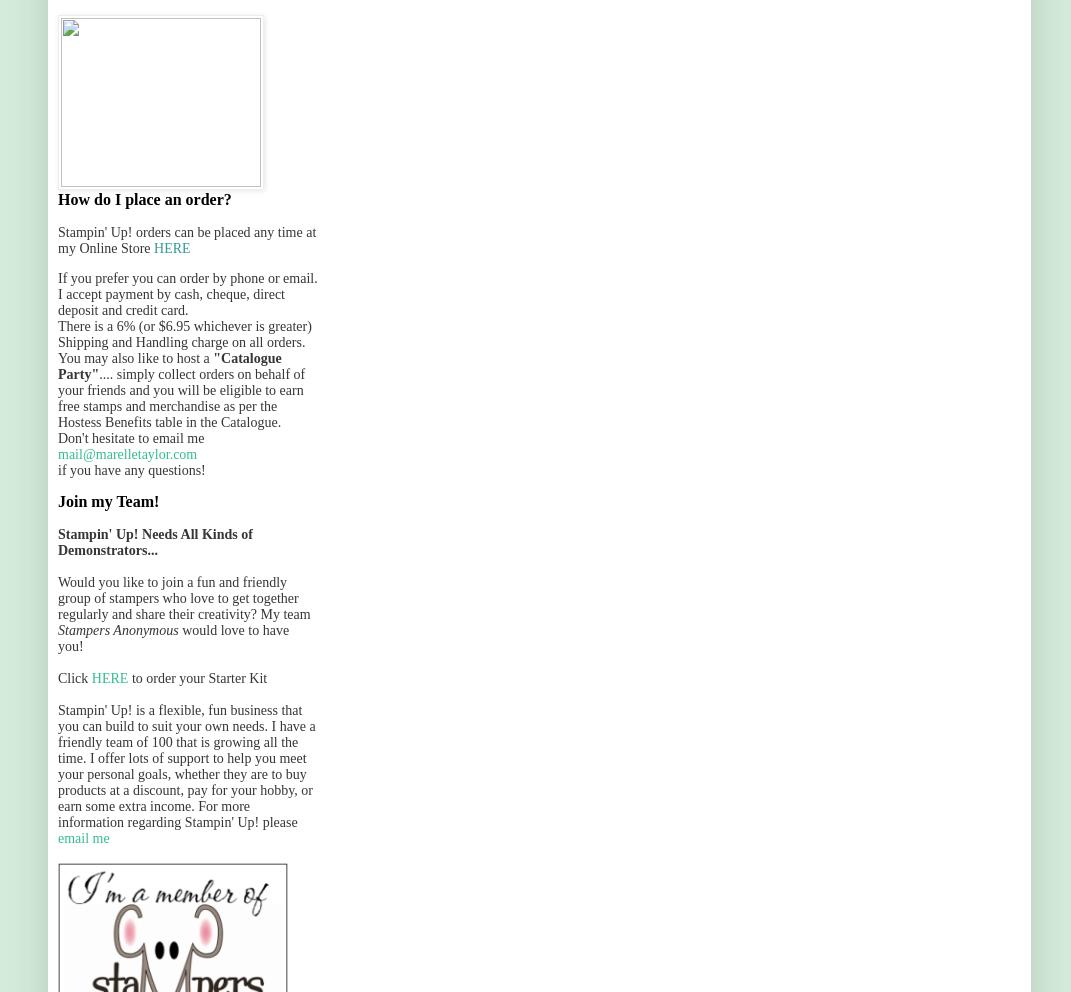 This screenshot has width=1071, height=992. I want to click on 'mail@marelletaylor.com', so click(127, 453).